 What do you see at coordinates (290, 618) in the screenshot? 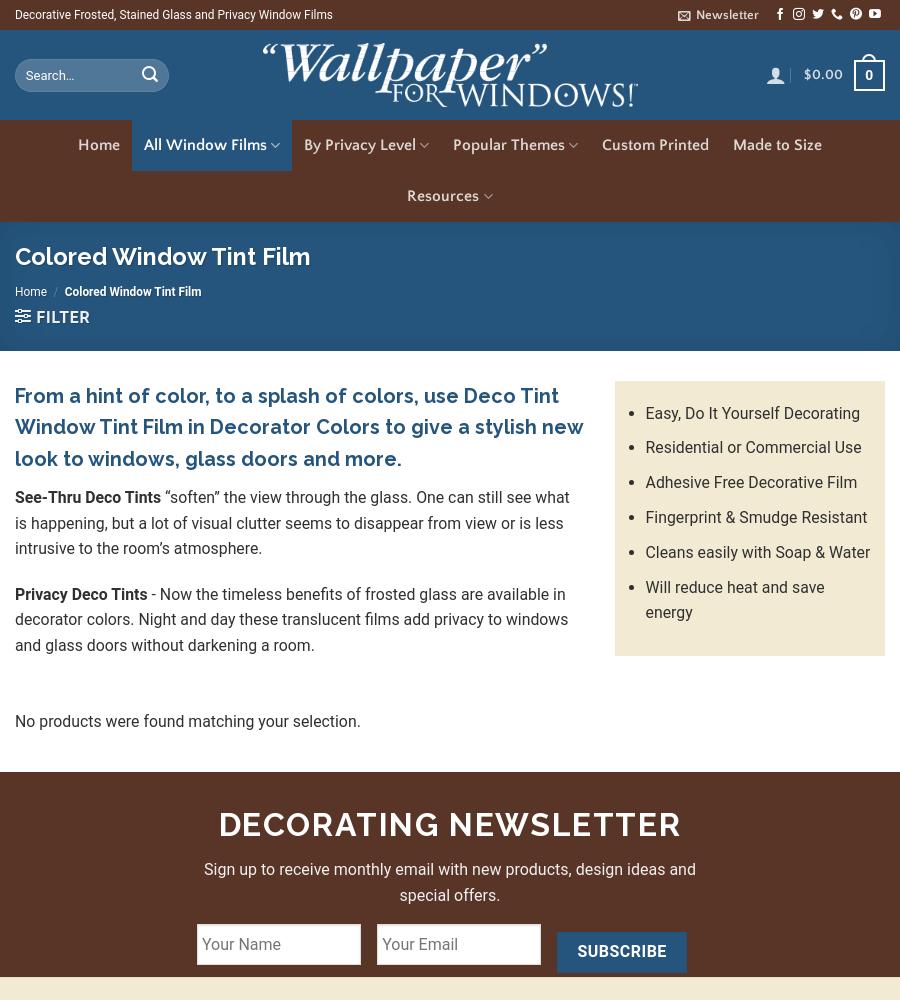
I see `'- Now the timeless benefits of frosted glass are available in decorator colors. Night and day these translucent films add privacy to windows and glass doors without darkening a room.'` at bounding box center [290, 618].